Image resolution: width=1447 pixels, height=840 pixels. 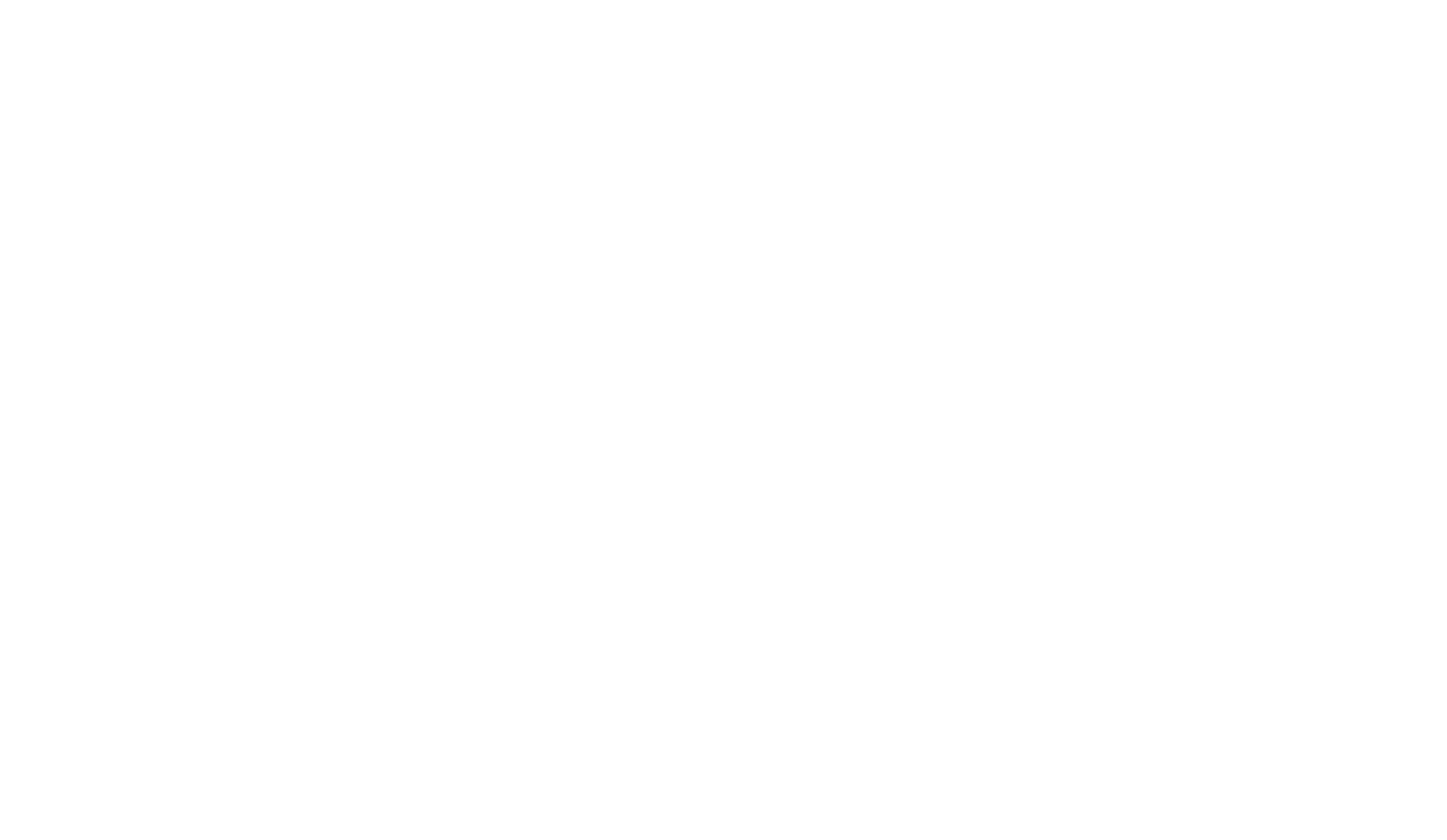 What do you see at coordinates (1097, 472) in the screenshot?
I see `'France'` at bounding box center [1097, 472].